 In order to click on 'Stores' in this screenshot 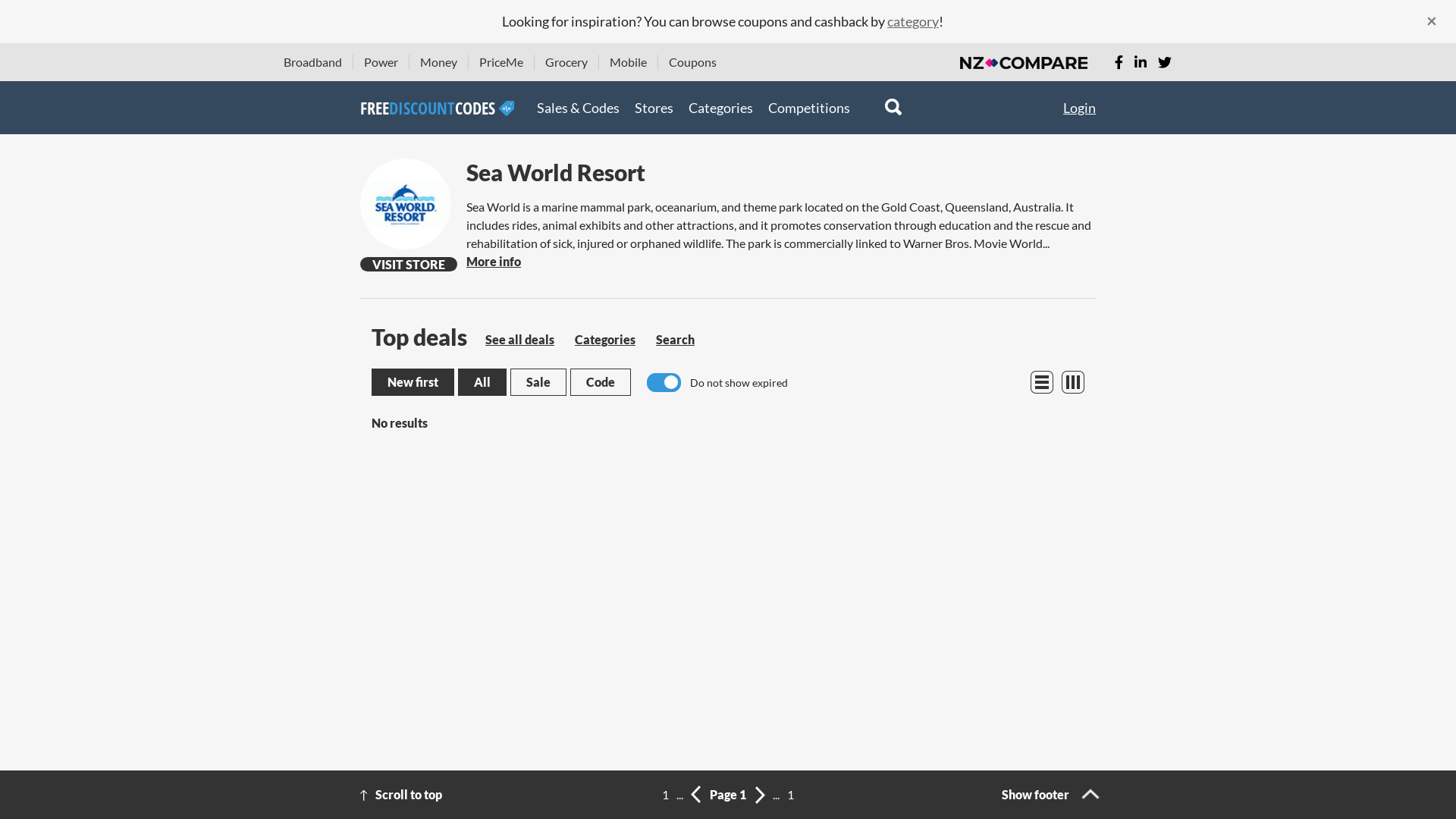, I will do `click(654, 107)`.